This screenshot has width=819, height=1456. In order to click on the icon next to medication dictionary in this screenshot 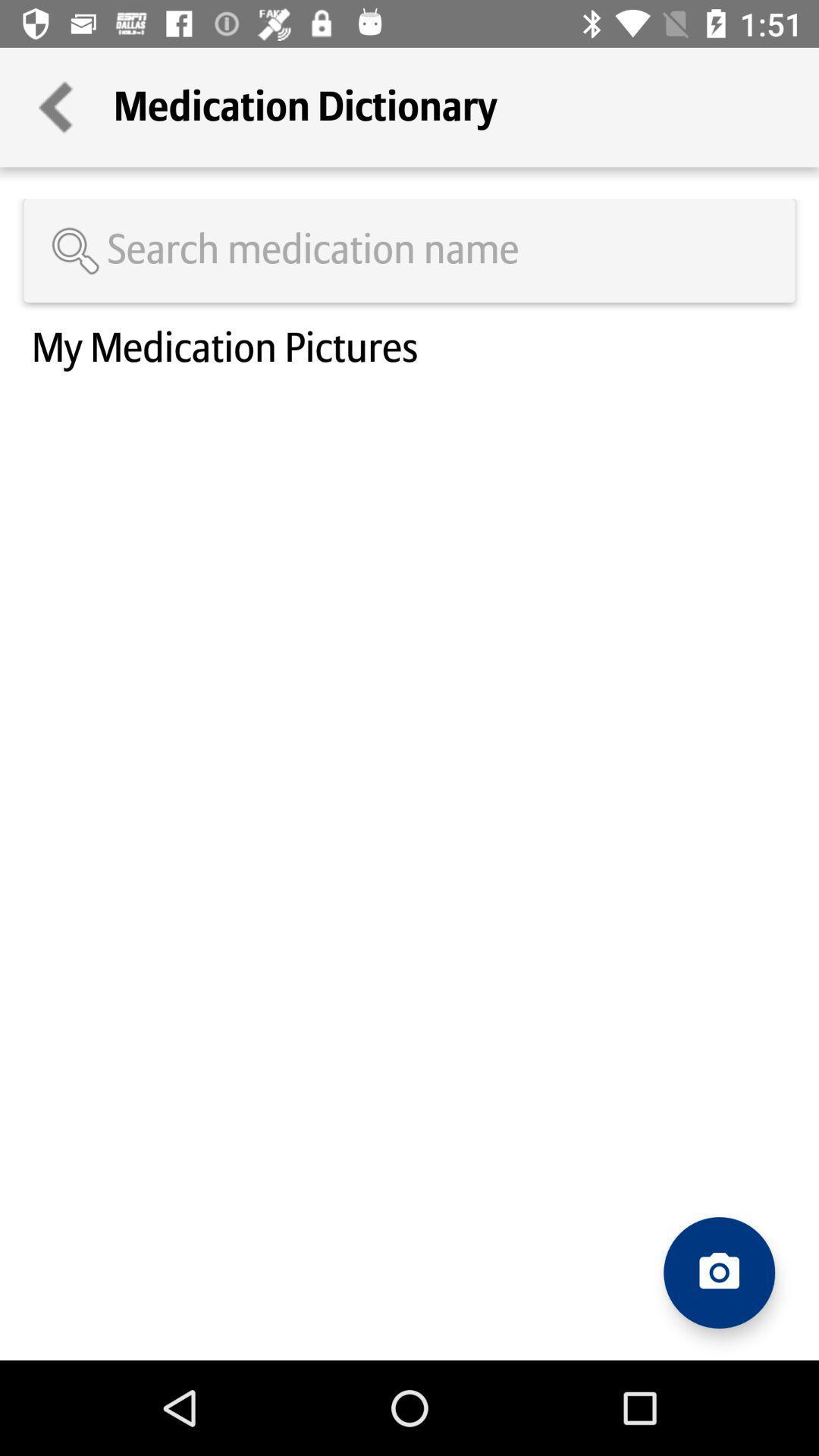, I will do `click(55, 106)`.